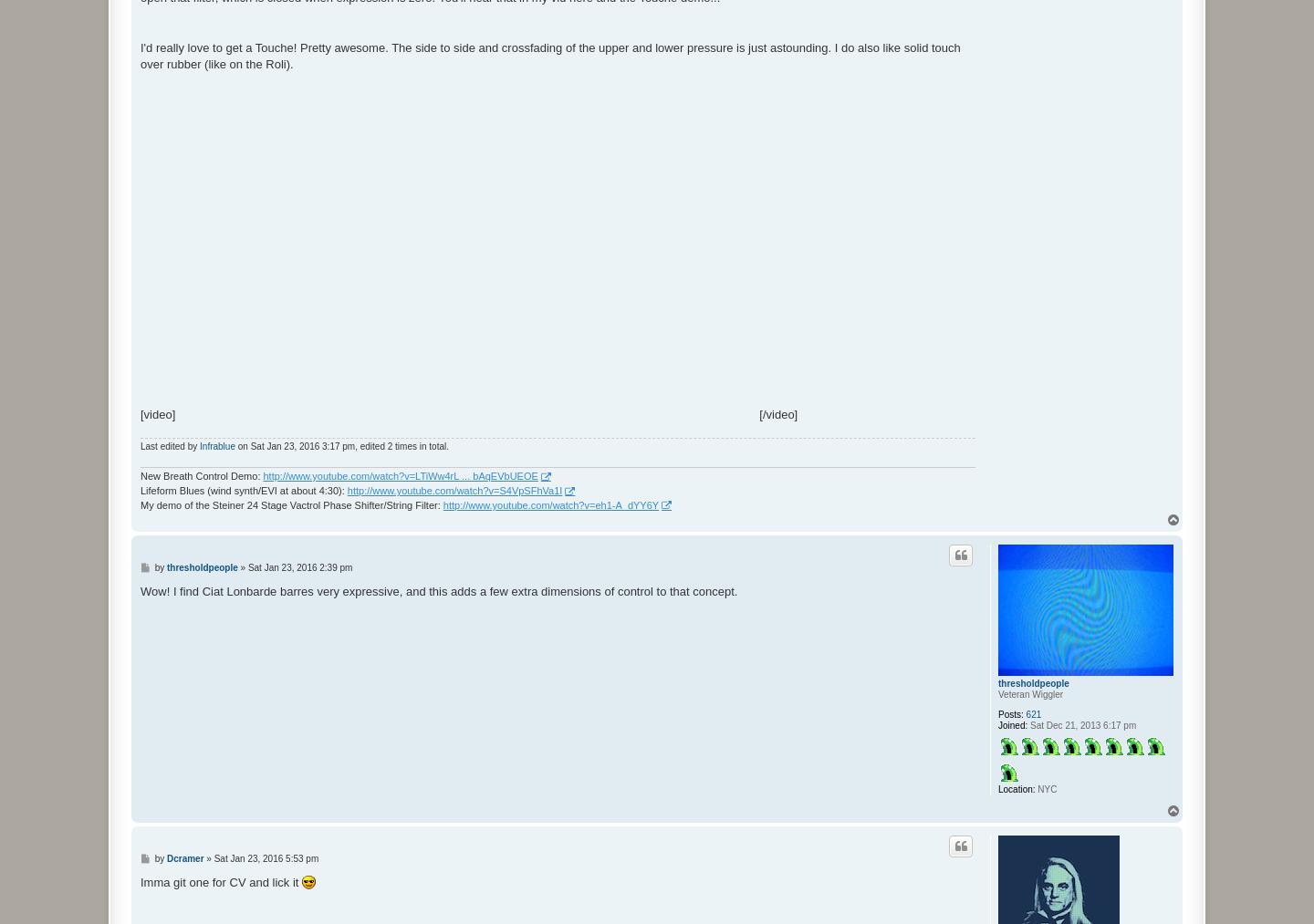 The width and height of the screenshot is (1314, 924). I want to click on 'on Sat Jan 23, 2016 3:17 pm, edited 2 times in total.', so click(340, 444).